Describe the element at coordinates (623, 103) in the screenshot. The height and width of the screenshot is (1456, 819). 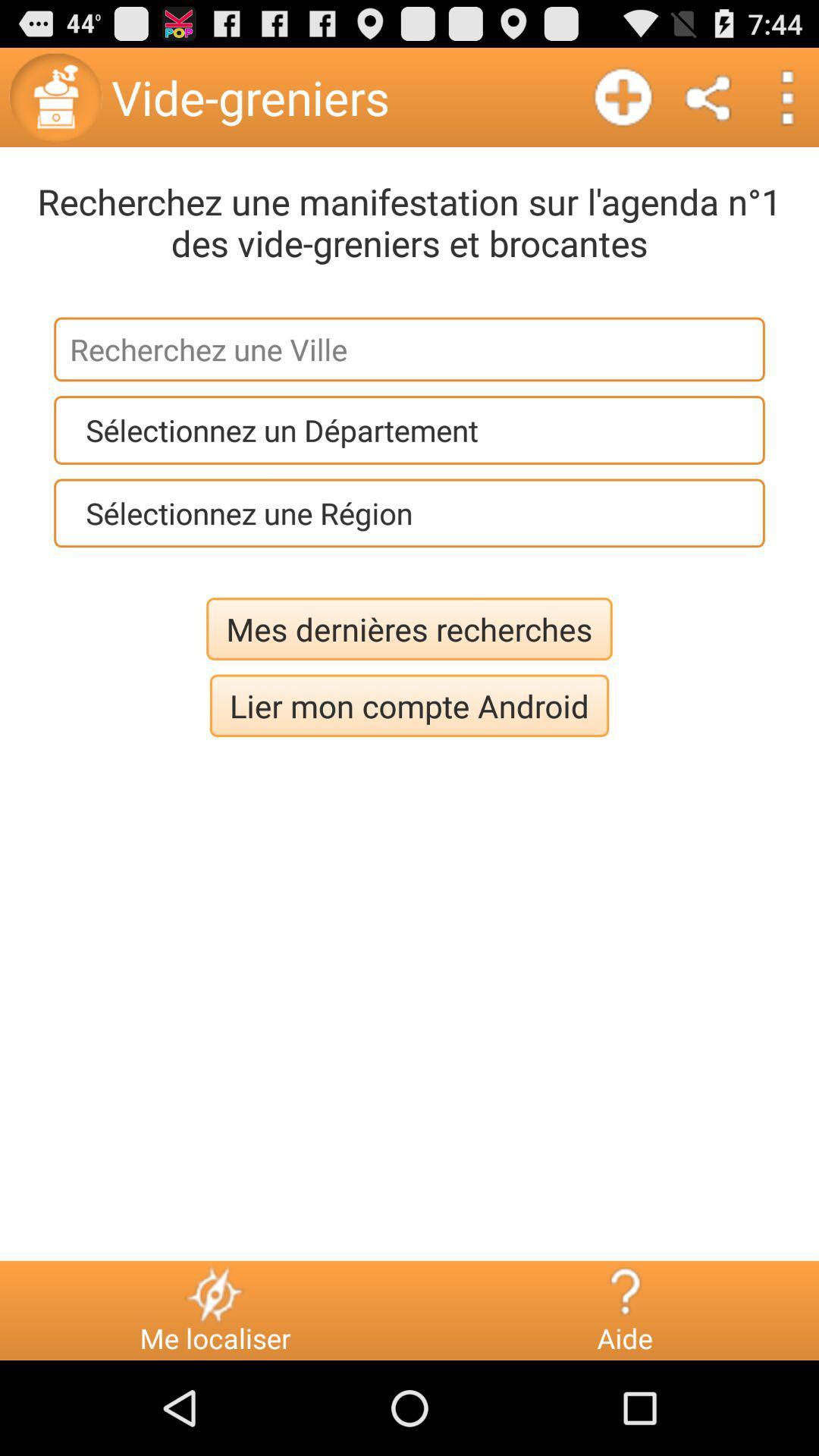
I see `the add icon` at that location.